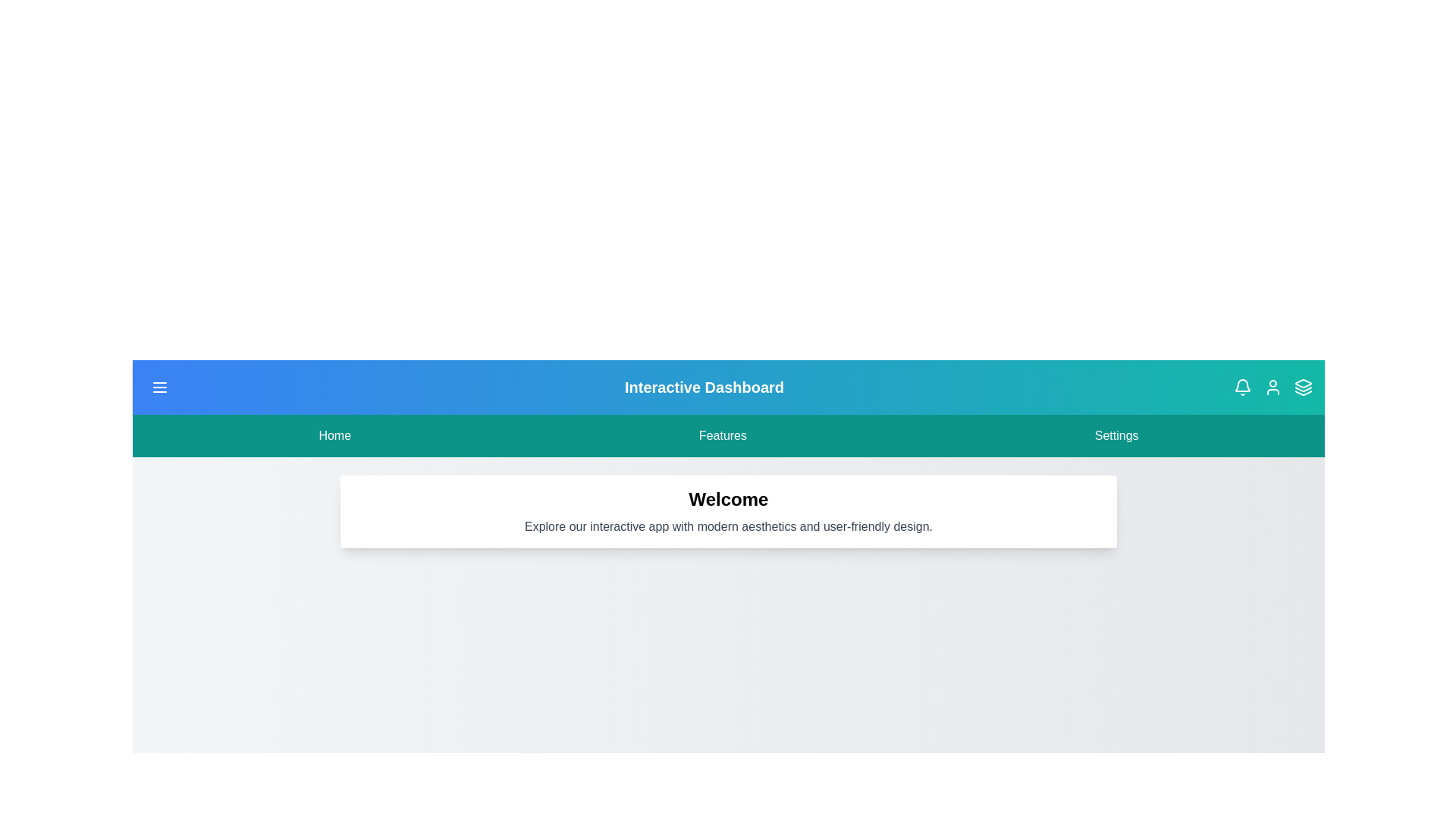 Image resolution: width=1456 pixels, height=819 pixels. I want to click on menu button located at the top-left corner of the app bar, so click(160, 386).